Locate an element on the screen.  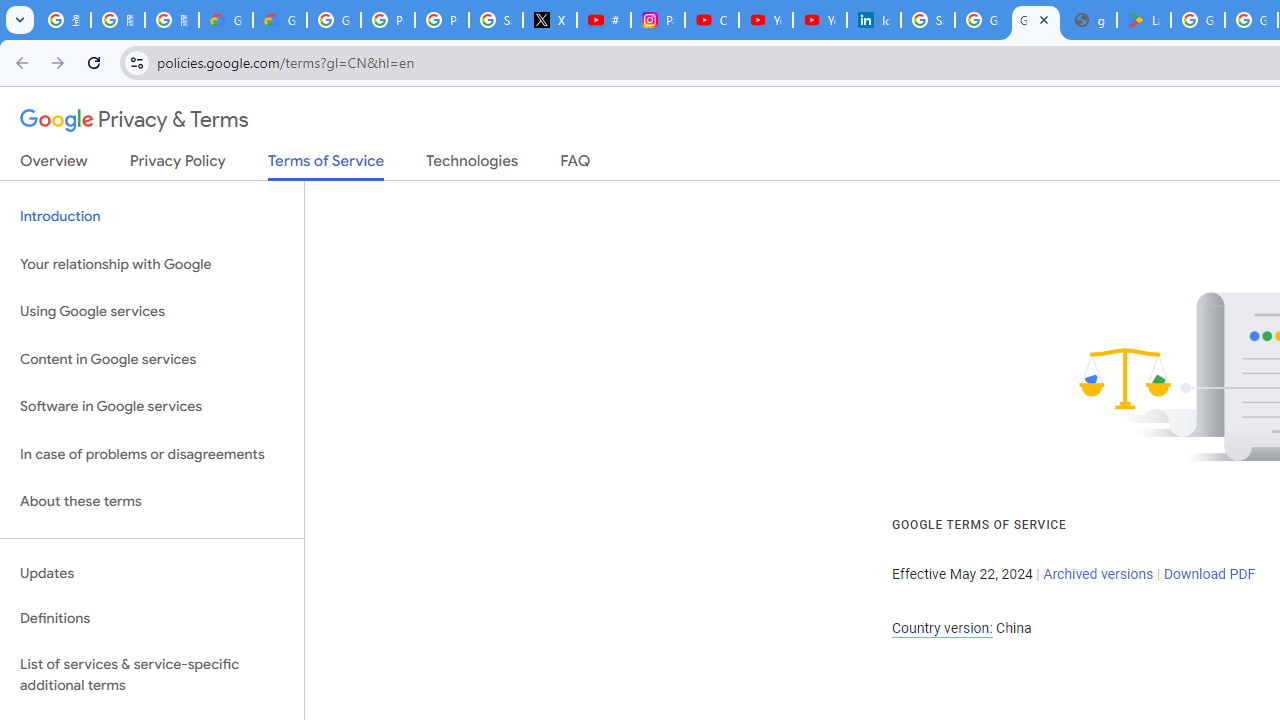
'Privacy & Terms' is located at coordinates (134, 120).